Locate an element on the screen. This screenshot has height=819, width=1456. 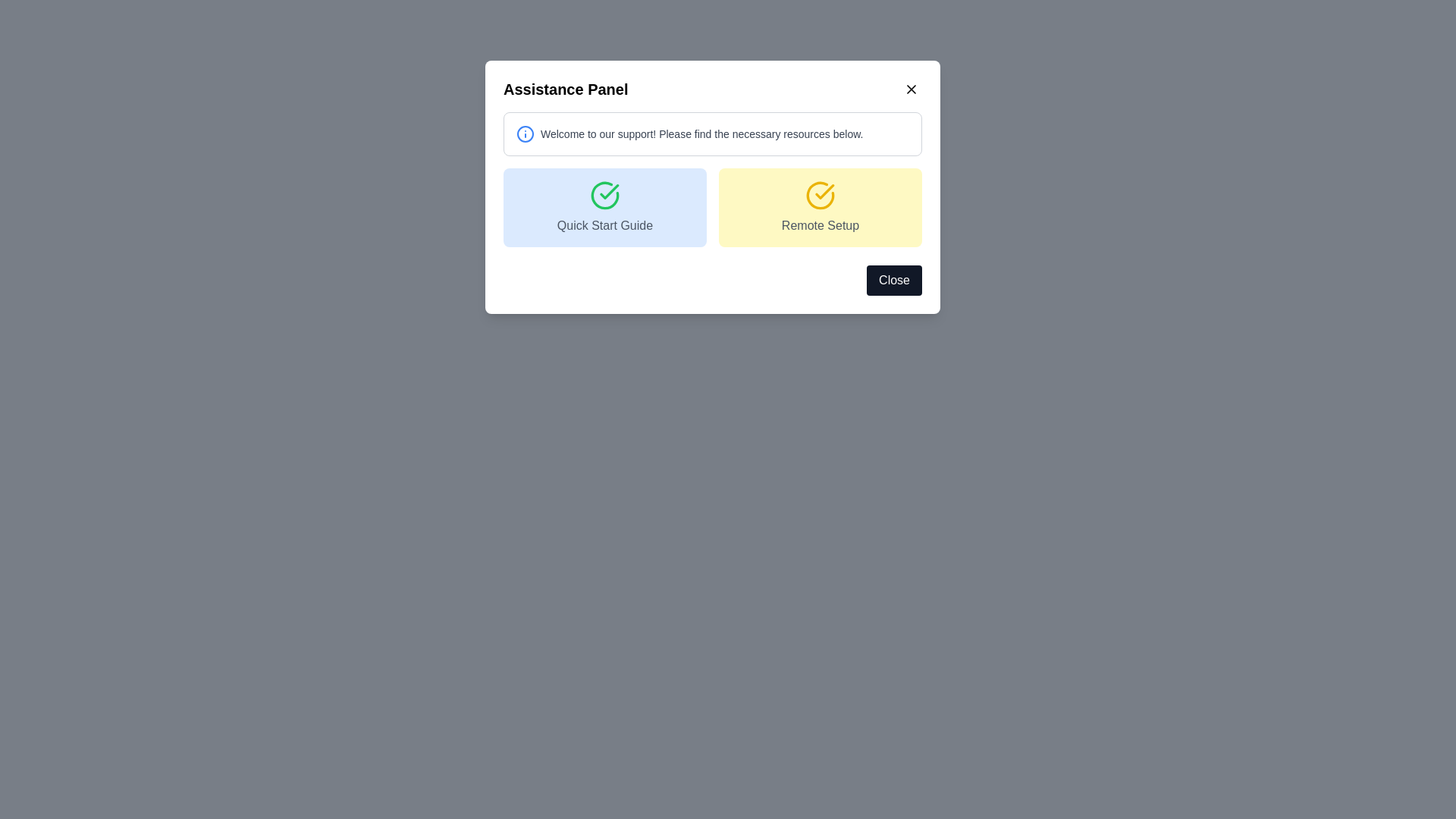
the button located at the top-right section of the Assistance Panel is located at coordinates (819, 207).